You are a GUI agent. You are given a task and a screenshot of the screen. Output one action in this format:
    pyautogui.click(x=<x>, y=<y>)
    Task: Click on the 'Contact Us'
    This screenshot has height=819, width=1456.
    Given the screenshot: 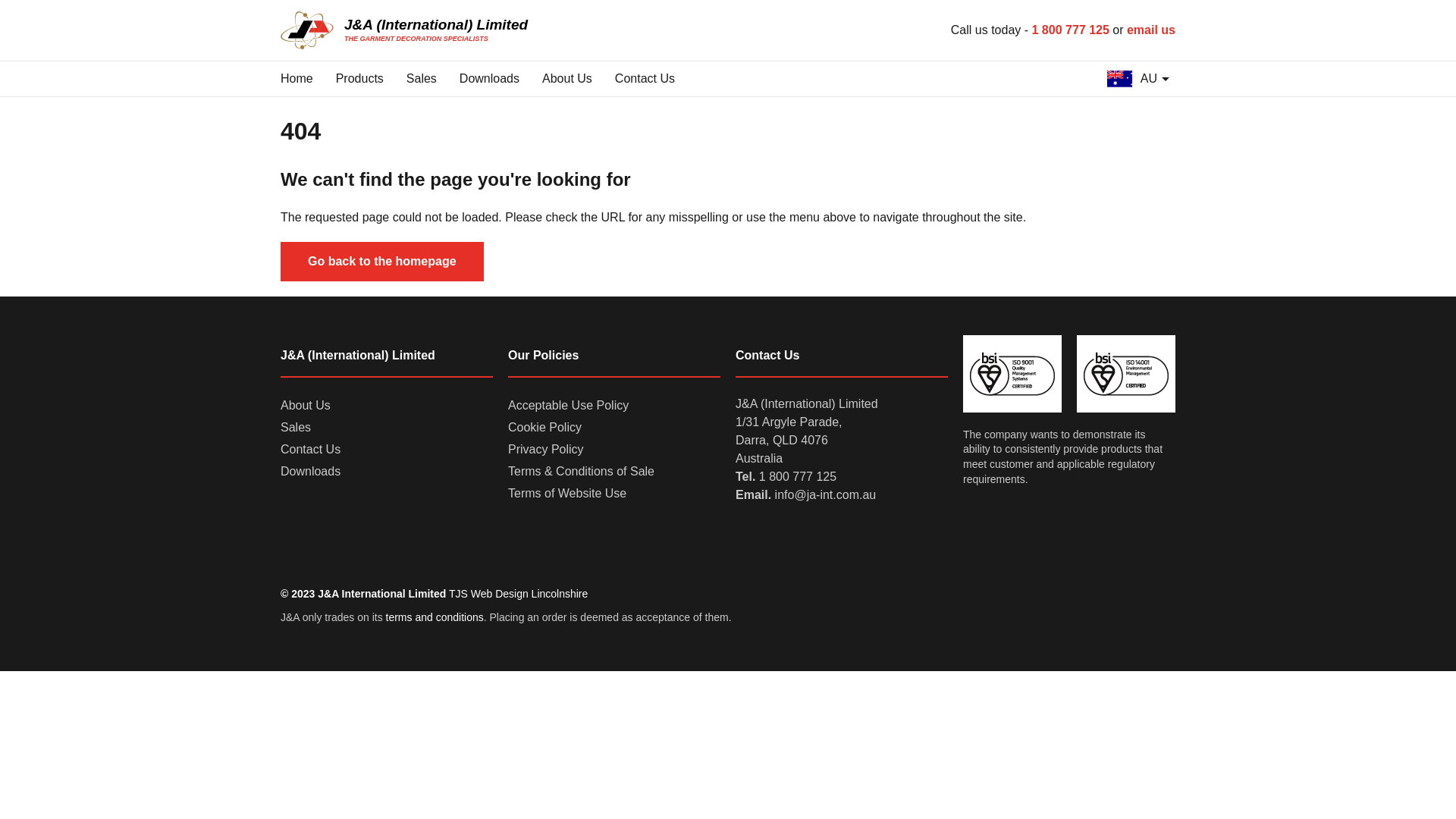 What is the action you would take?
    pyautogui.click(x=309, y=449)
    